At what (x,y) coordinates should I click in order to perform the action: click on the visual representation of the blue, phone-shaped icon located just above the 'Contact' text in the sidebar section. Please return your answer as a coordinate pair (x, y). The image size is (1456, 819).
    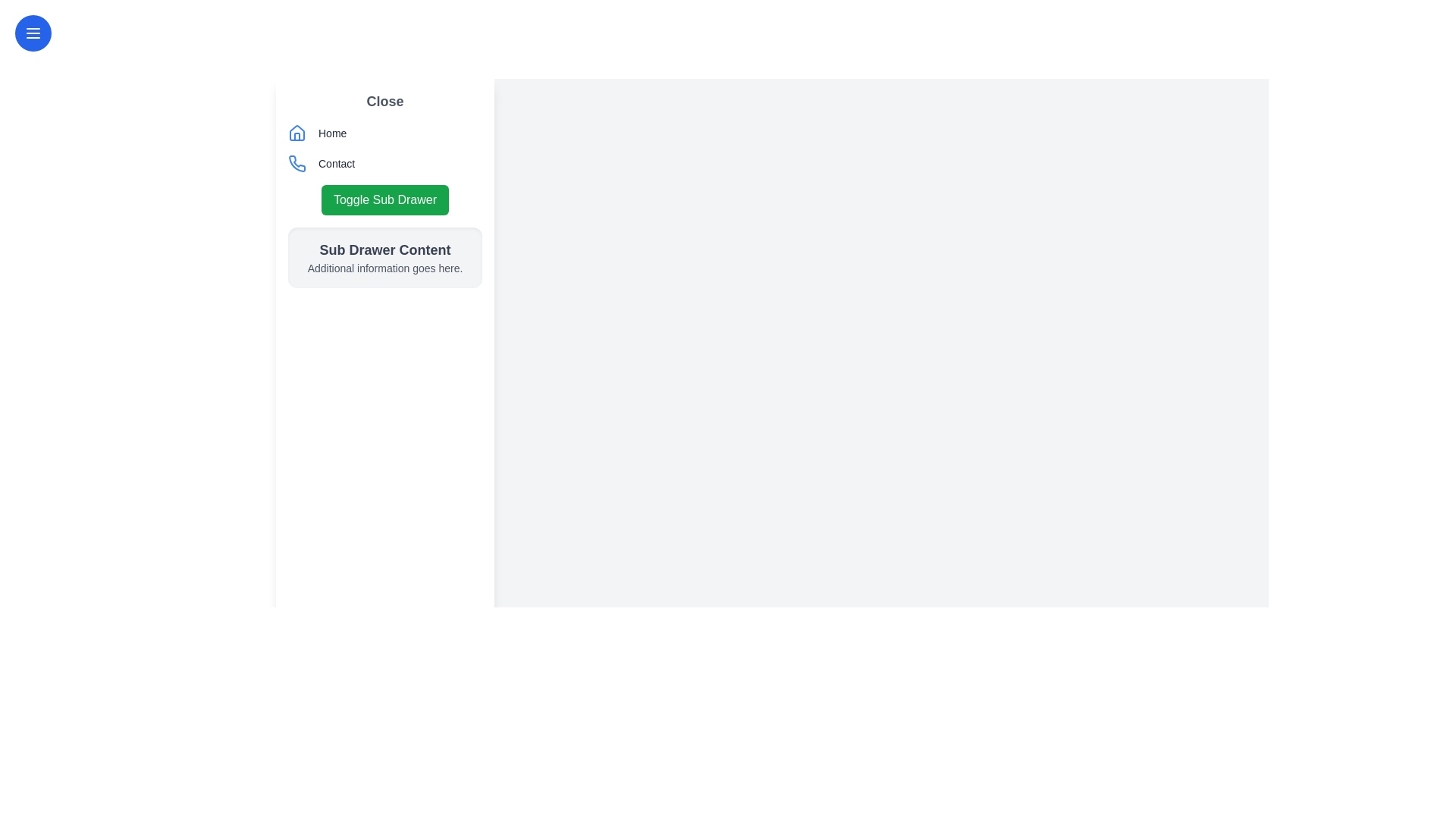
    Looking at the image, I should click on (297, 164).